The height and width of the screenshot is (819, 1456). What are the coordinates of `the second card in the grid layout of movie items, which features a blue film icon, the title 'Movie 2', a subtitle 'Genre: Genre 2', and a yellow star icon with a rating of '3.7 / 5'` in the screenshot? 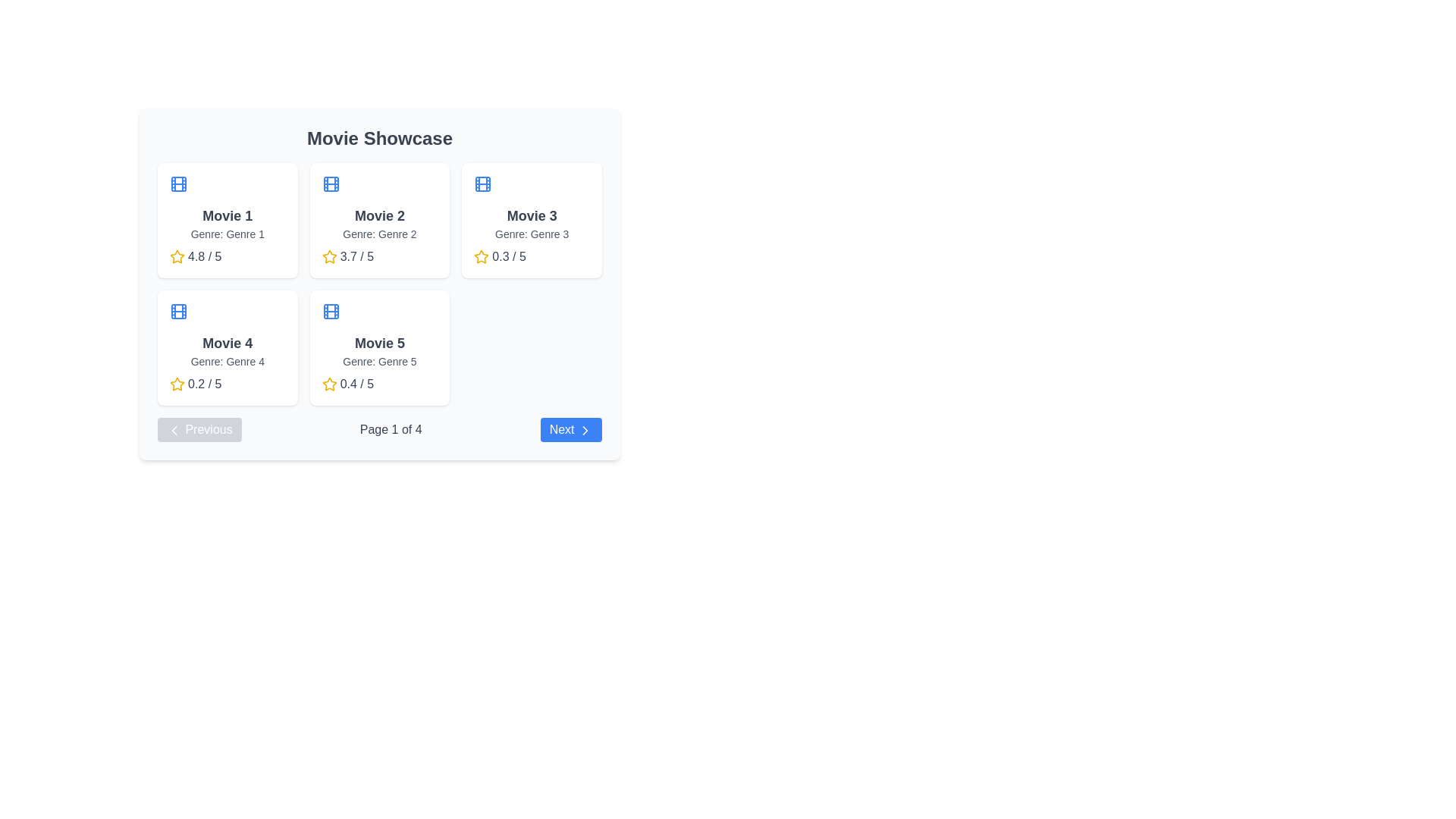 It's located at (379, 220).